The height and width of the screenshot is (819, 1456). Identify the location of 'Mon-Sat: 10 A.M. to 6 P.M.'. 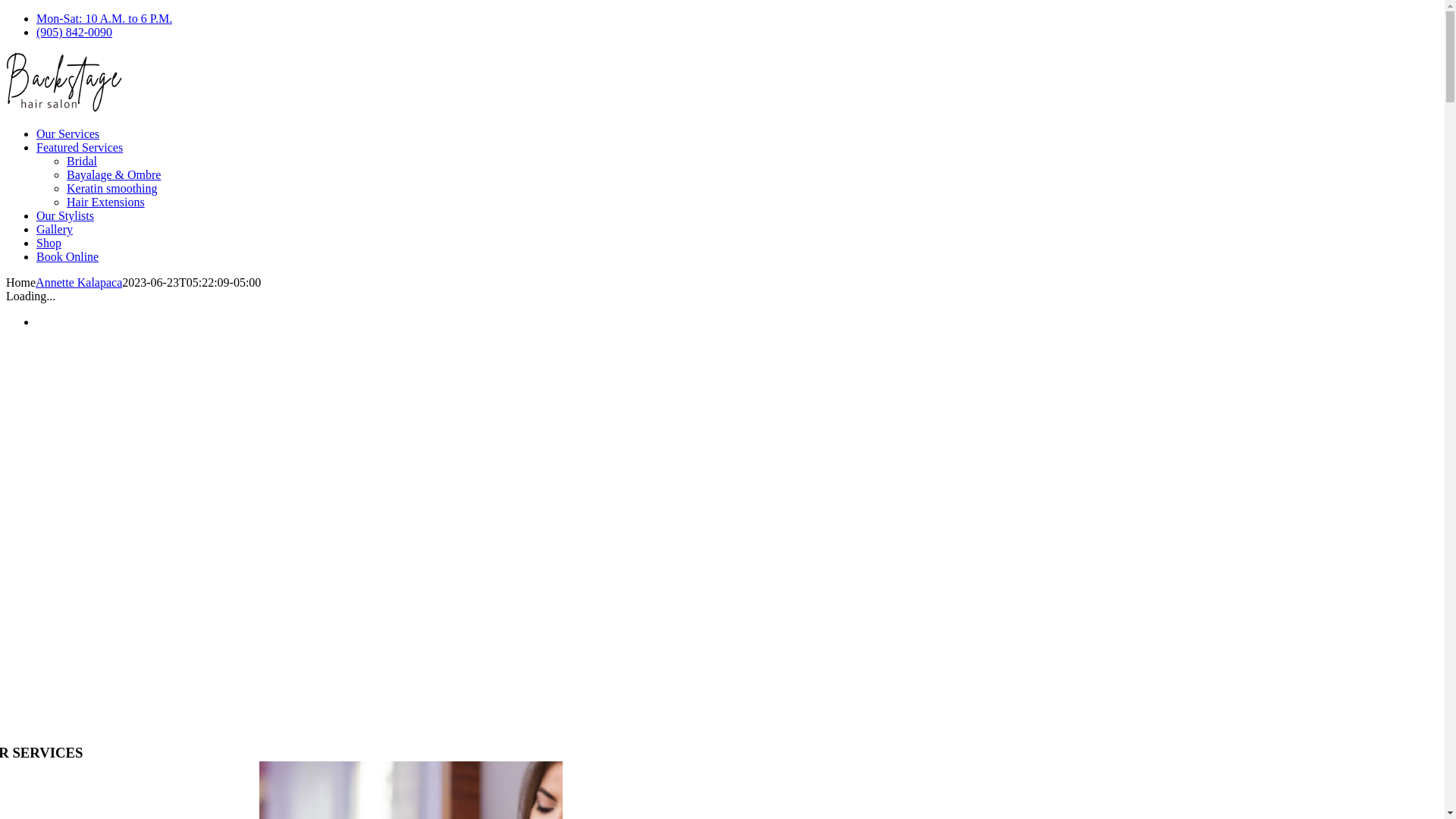
(103, 18).